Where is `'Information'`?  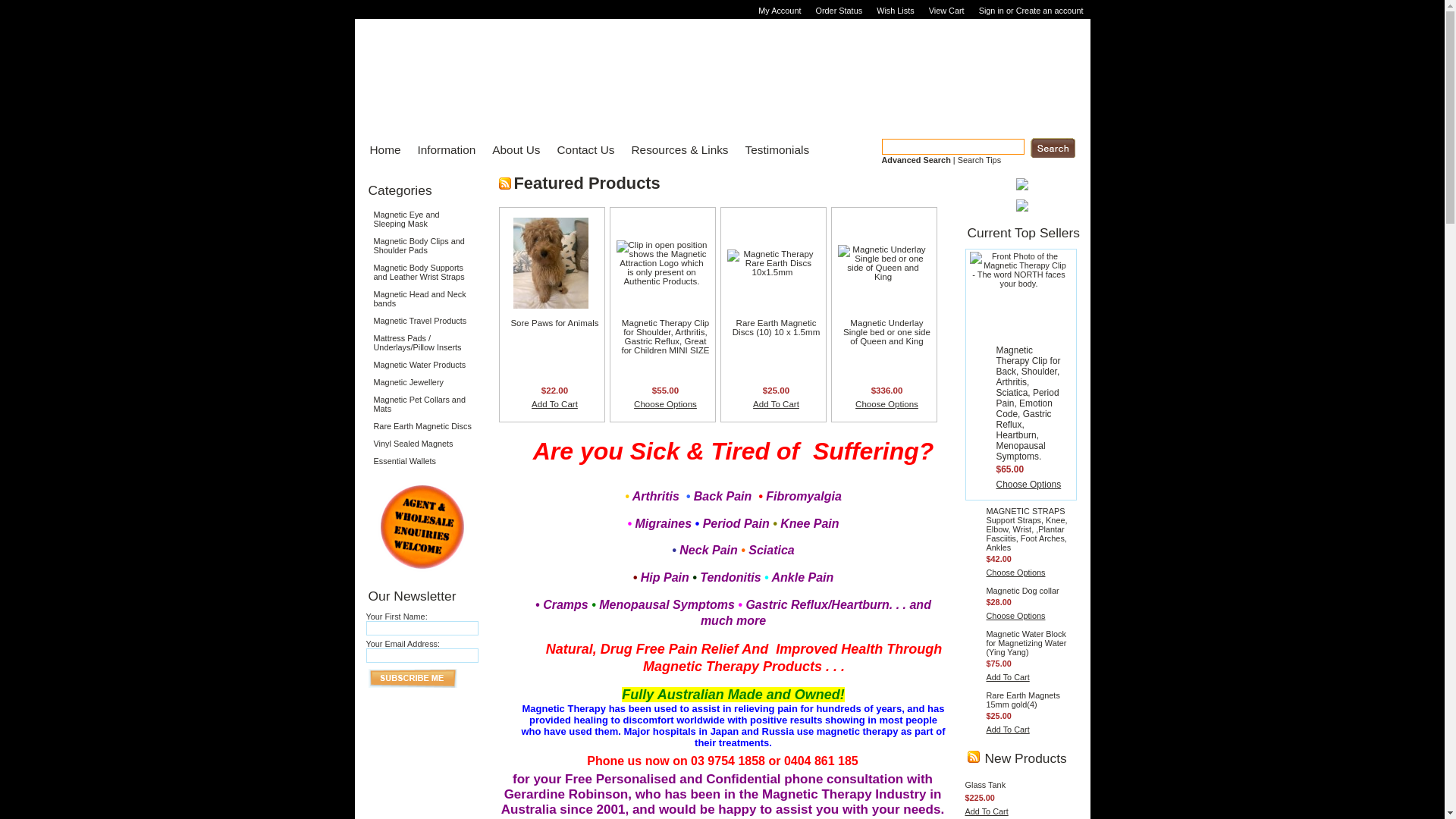
'Information' is located at coordinates (441, 149).